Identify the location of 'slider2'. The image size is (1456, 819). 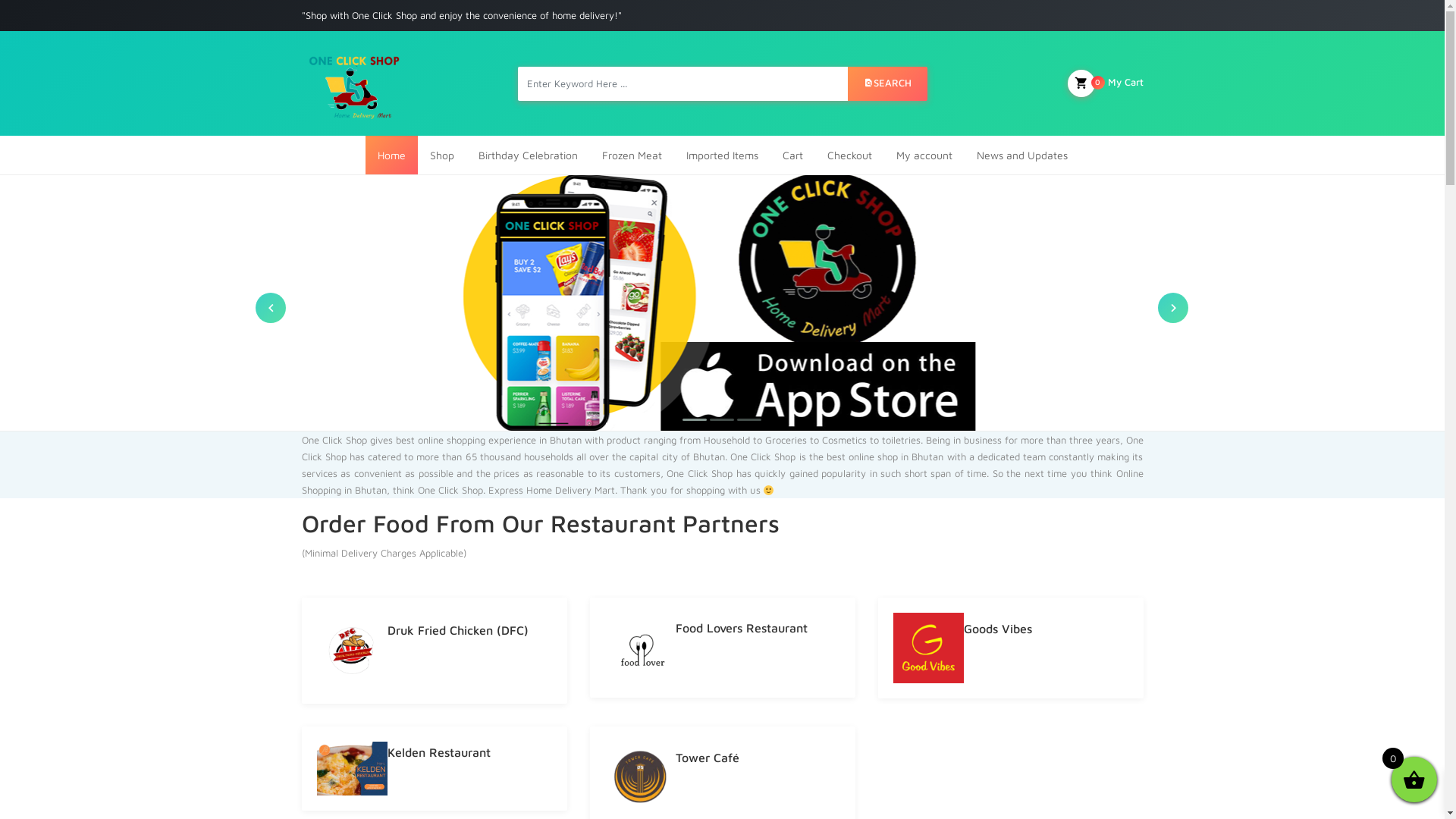
(582, 301).